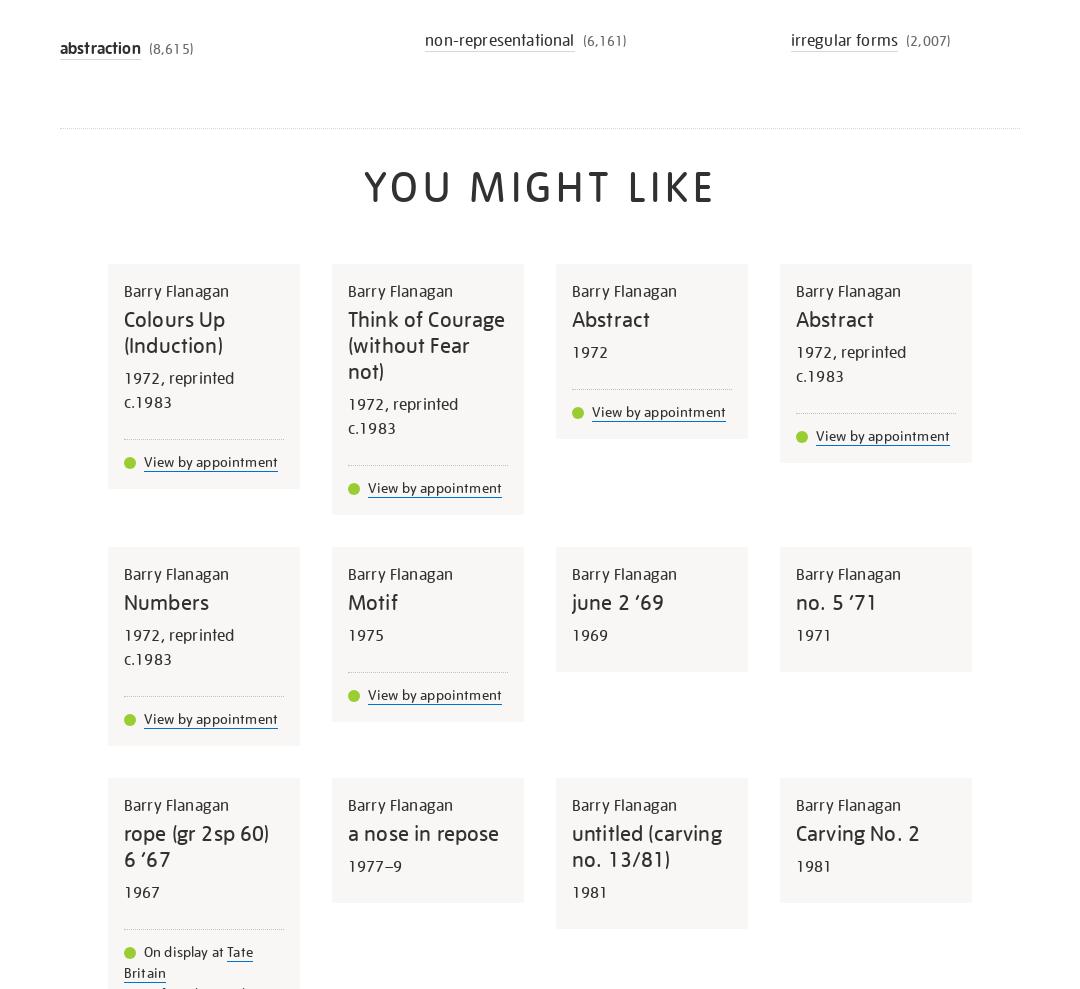 The width and height of the screenshot is (1080, 989). I want to click on 'On display at', so click(185, 951).